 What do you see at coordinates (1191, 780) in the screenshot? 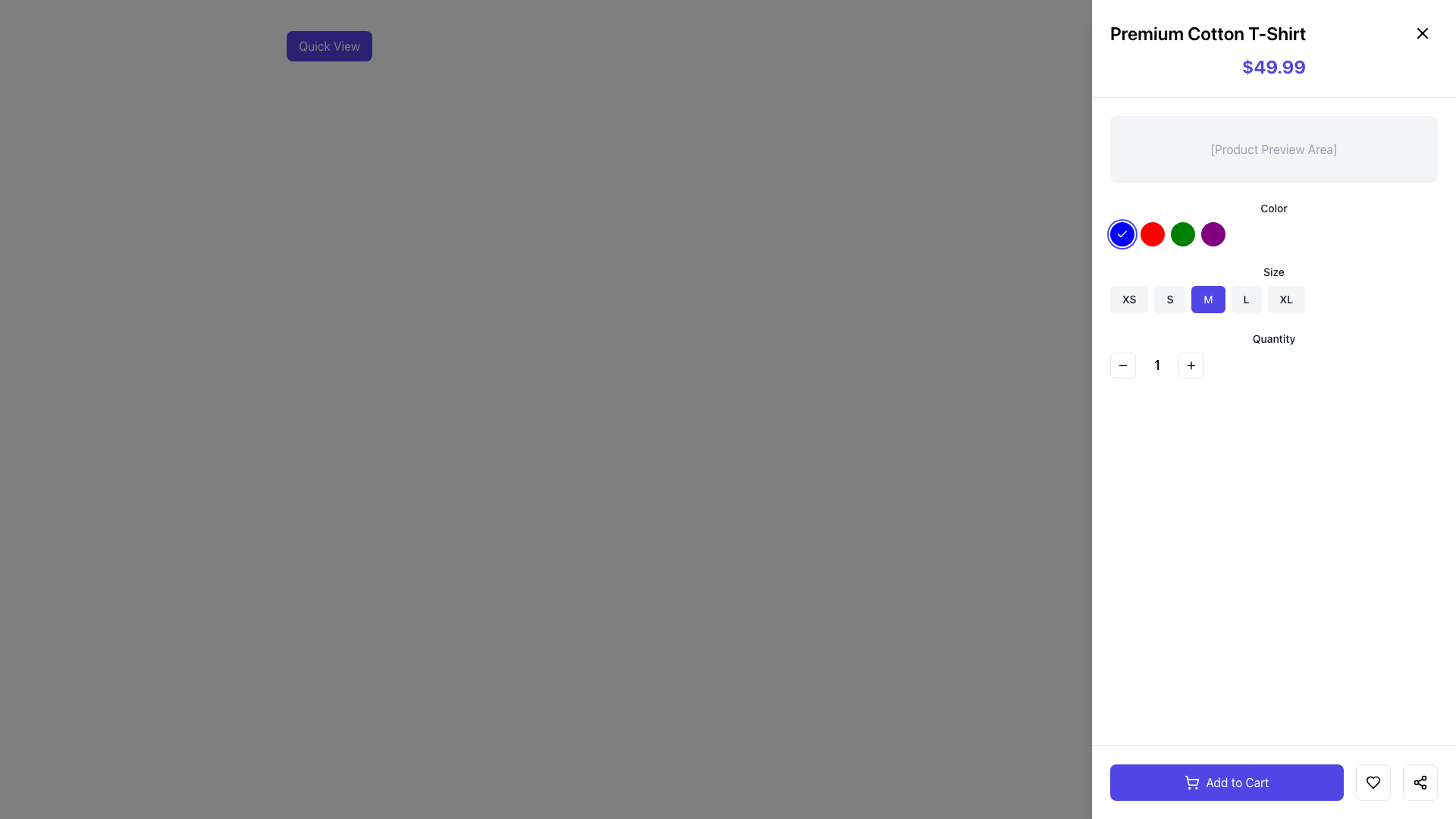
I see `the shopping cart icon located within the 'Add to Cart' button at the bottom-right of the interface` at bounding box center [1191, 780].